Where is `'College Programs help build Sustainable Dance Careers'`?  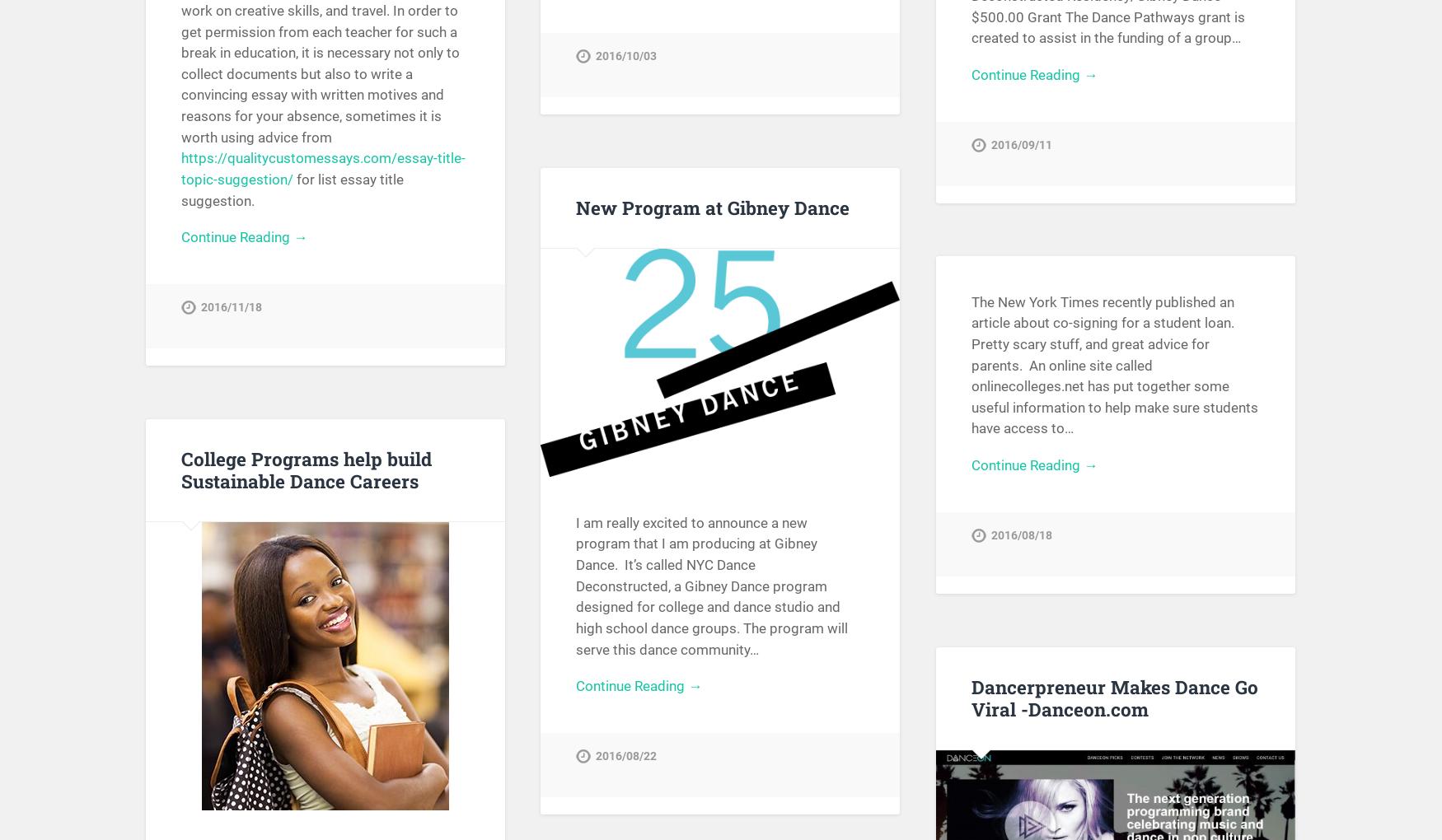 'College Programs help build Sustainable Dance Careers' is located at coordinates (307, 469).